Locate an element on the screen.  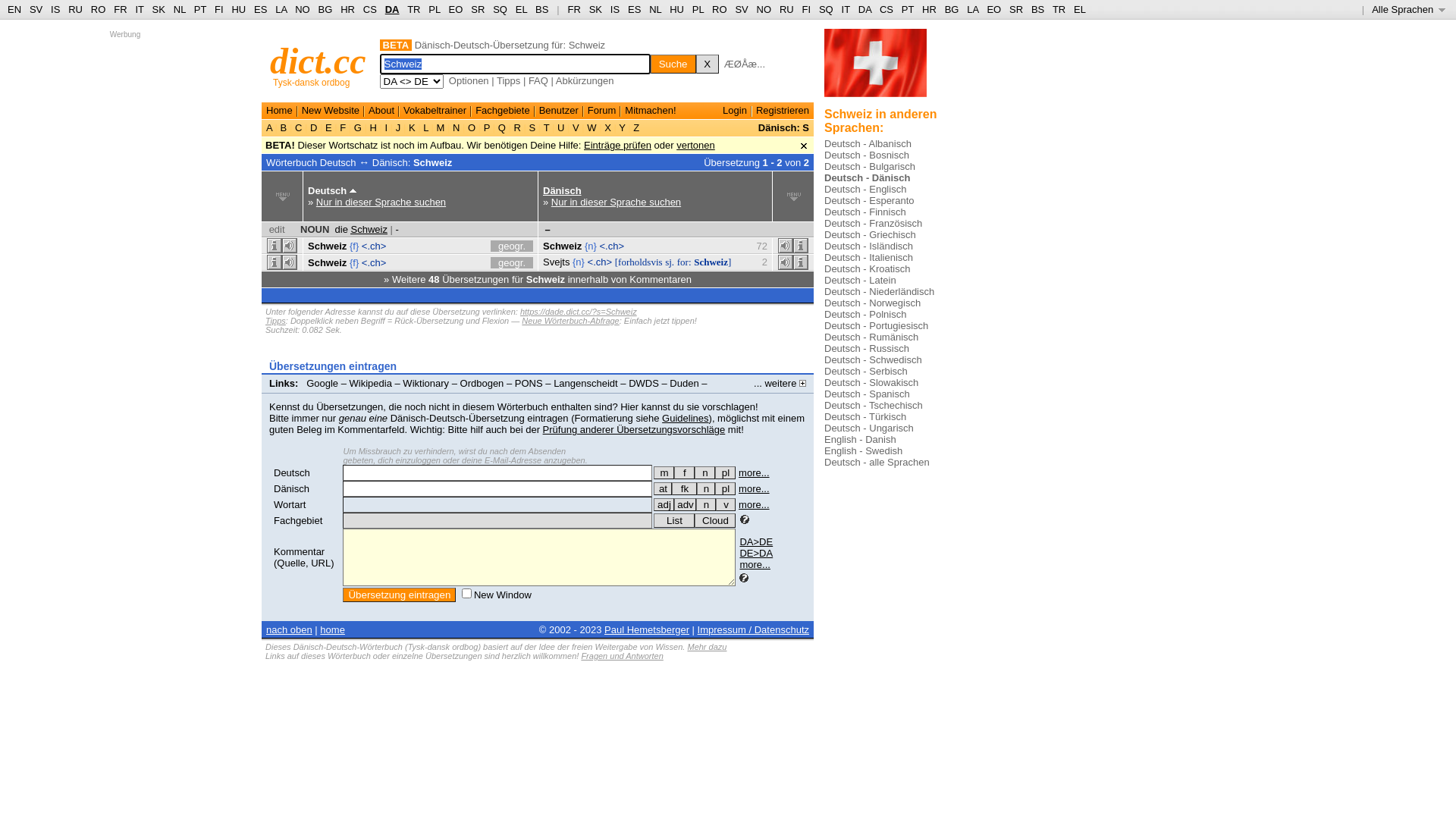
'dict.cc' is located at coordinates (317, 60).